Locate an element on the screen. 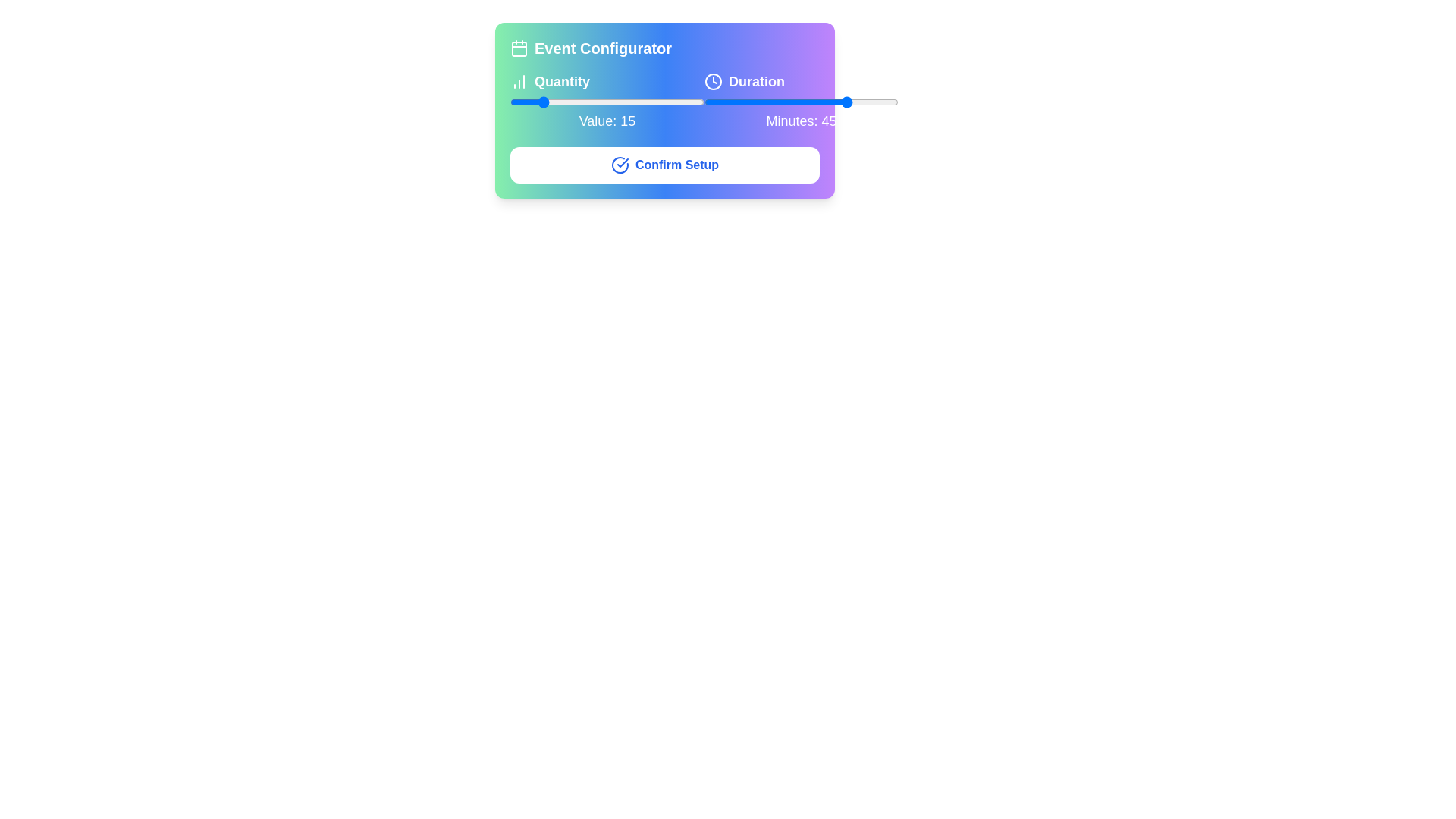 This screenshot has width=1456, height=819. the duration is located at coordinates (704, 102).